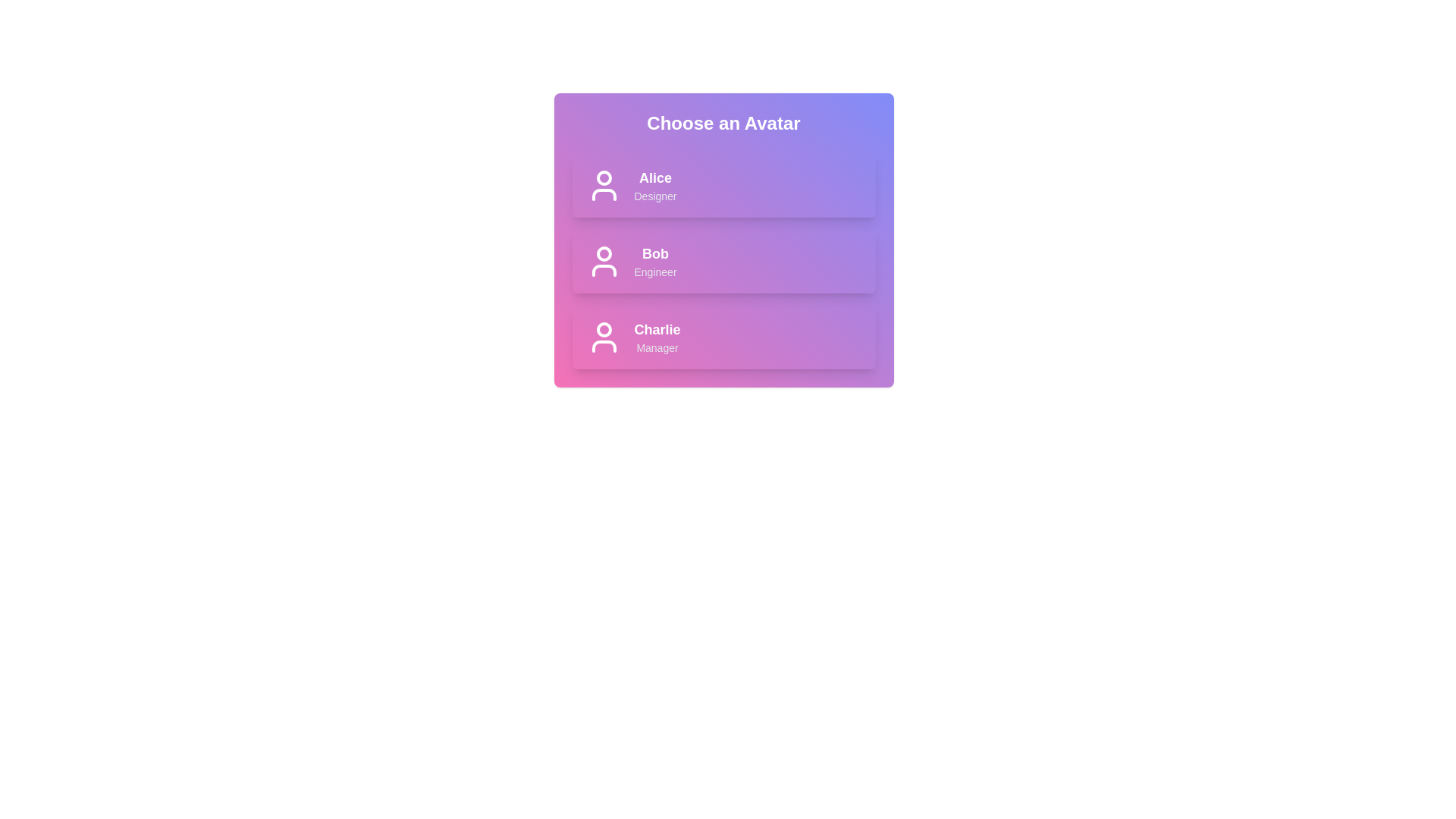 This screenshot has width=1456, height=819. What do you see at coordinates (723, 260) in the screenshot?
I see `the user selection card for 'Bob', which is the second card in a vertical list of three, positioned between 'Alice - Designer' and 'Charlie - Manager'` at bounding box center [723, 260].